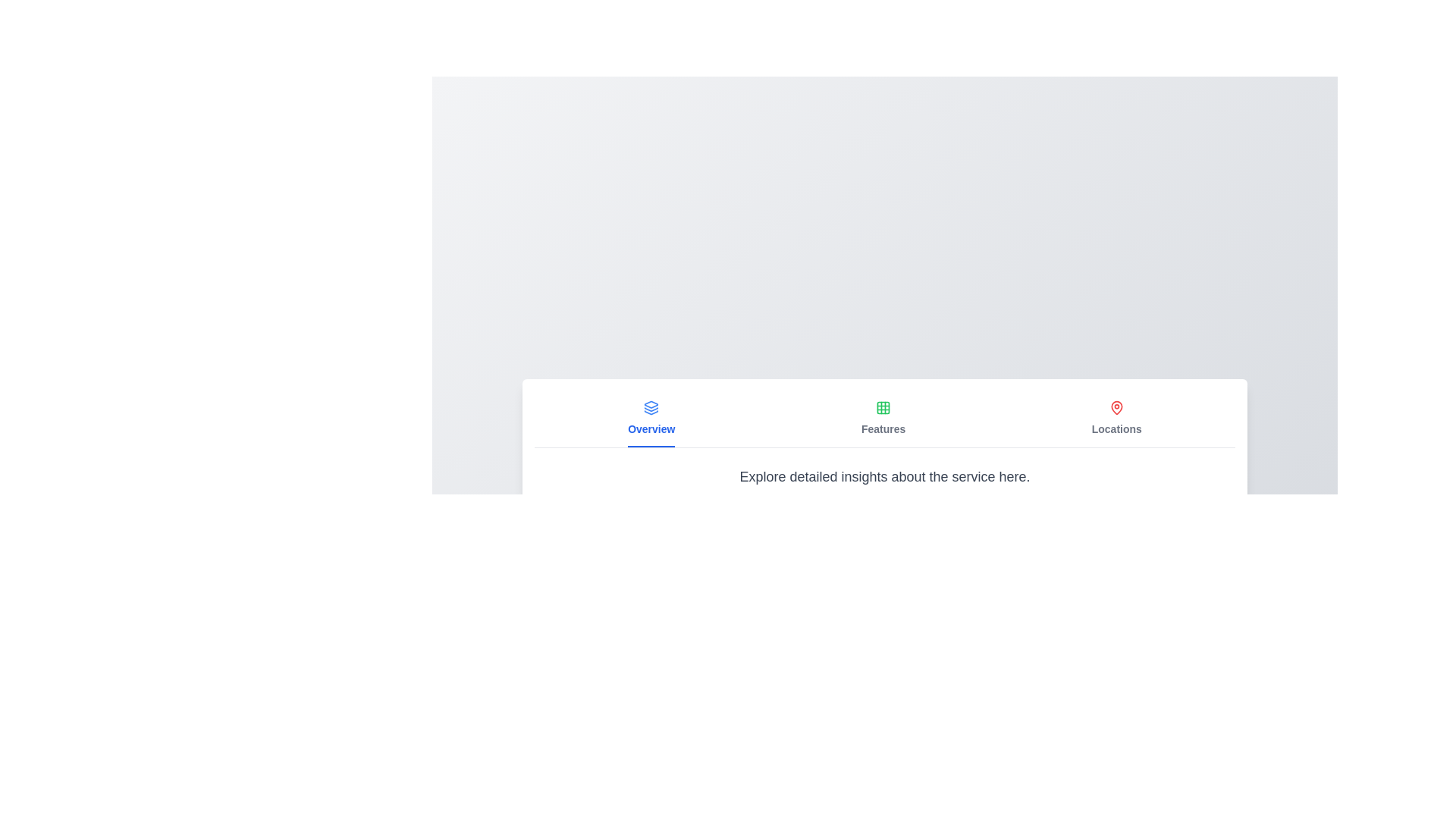  Describe the element at coordinates (883, 418) in the screenshot. I see `the tab labeled Features to display its content` at that location.